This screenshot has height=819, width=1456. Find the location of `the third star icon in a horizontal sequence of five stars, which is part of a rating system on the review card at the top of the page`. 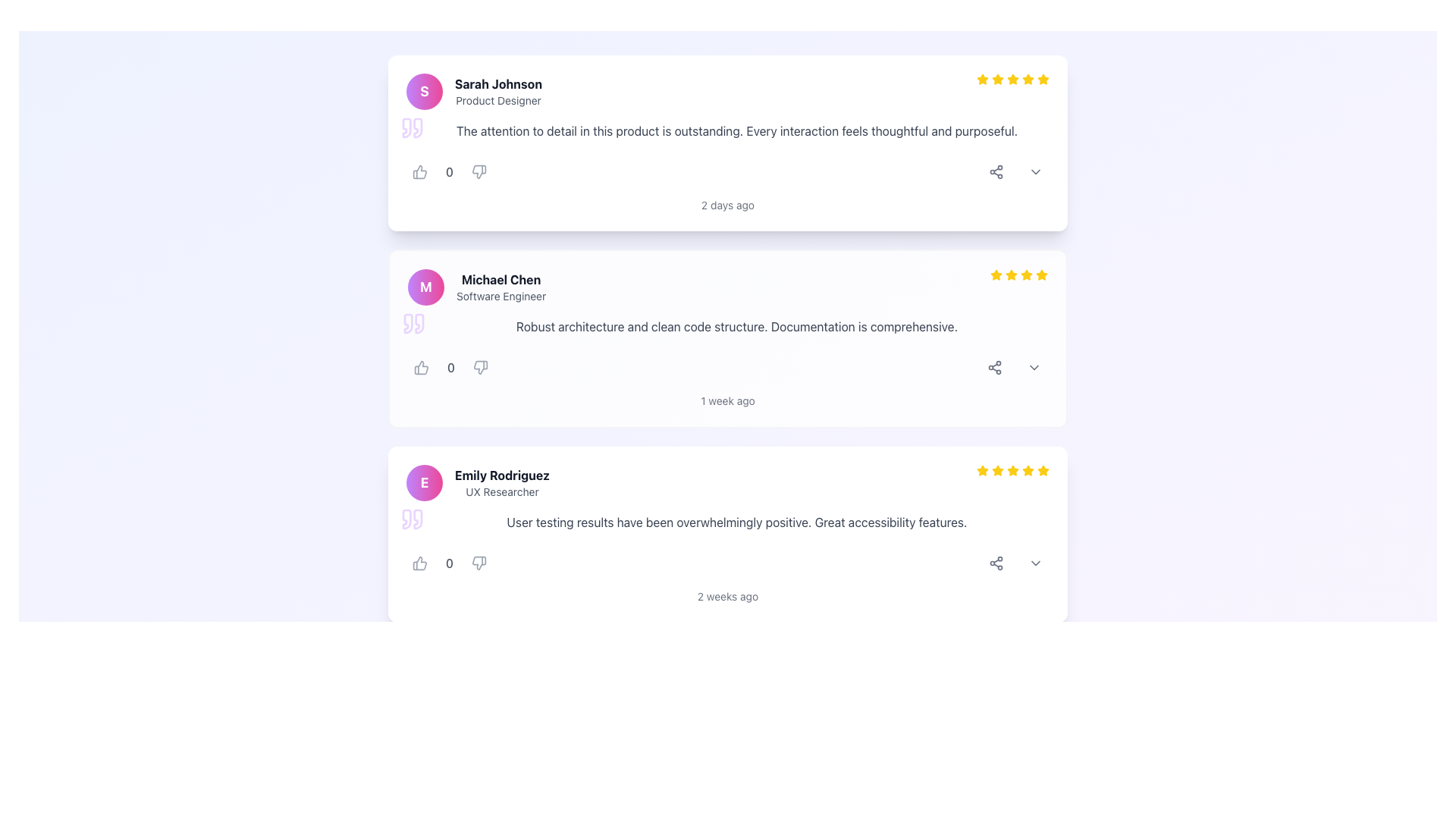

the third star icon in a horizontal sequence of five stars, which is part of a rating system on the review card at the top of the page is located at coordinates (997, 79).